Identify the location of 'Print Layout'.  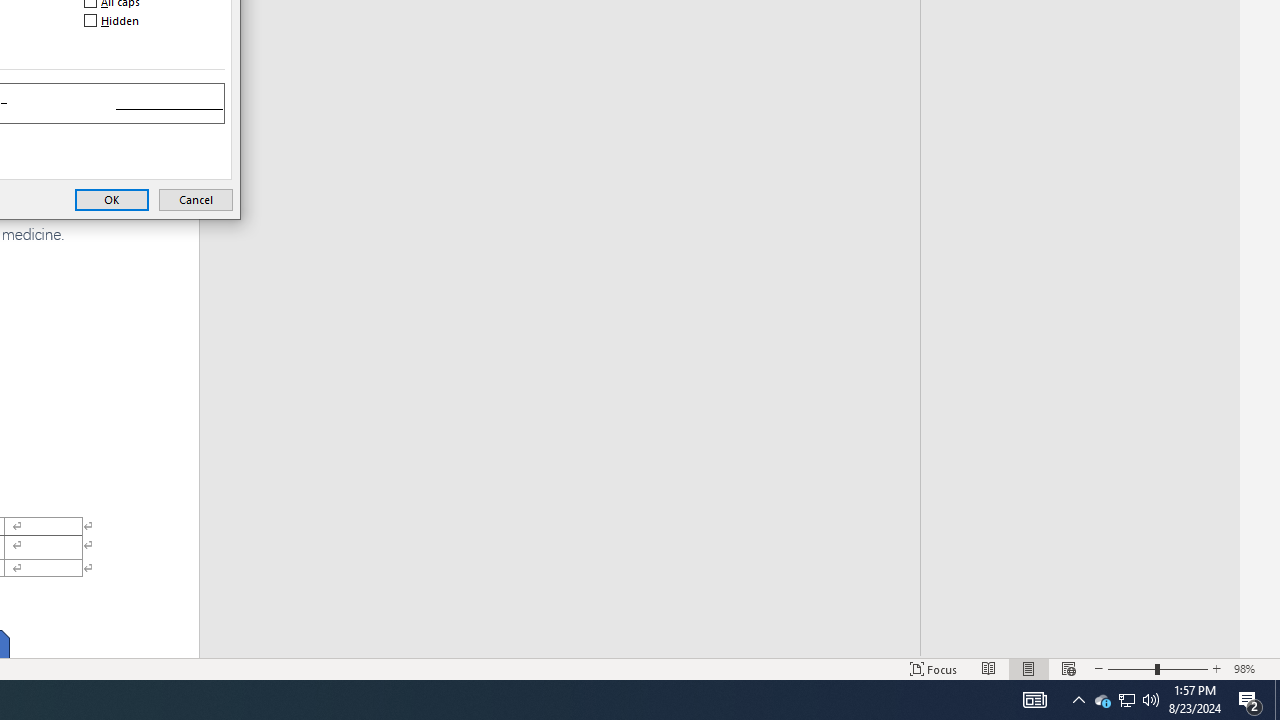
(1029, 669).